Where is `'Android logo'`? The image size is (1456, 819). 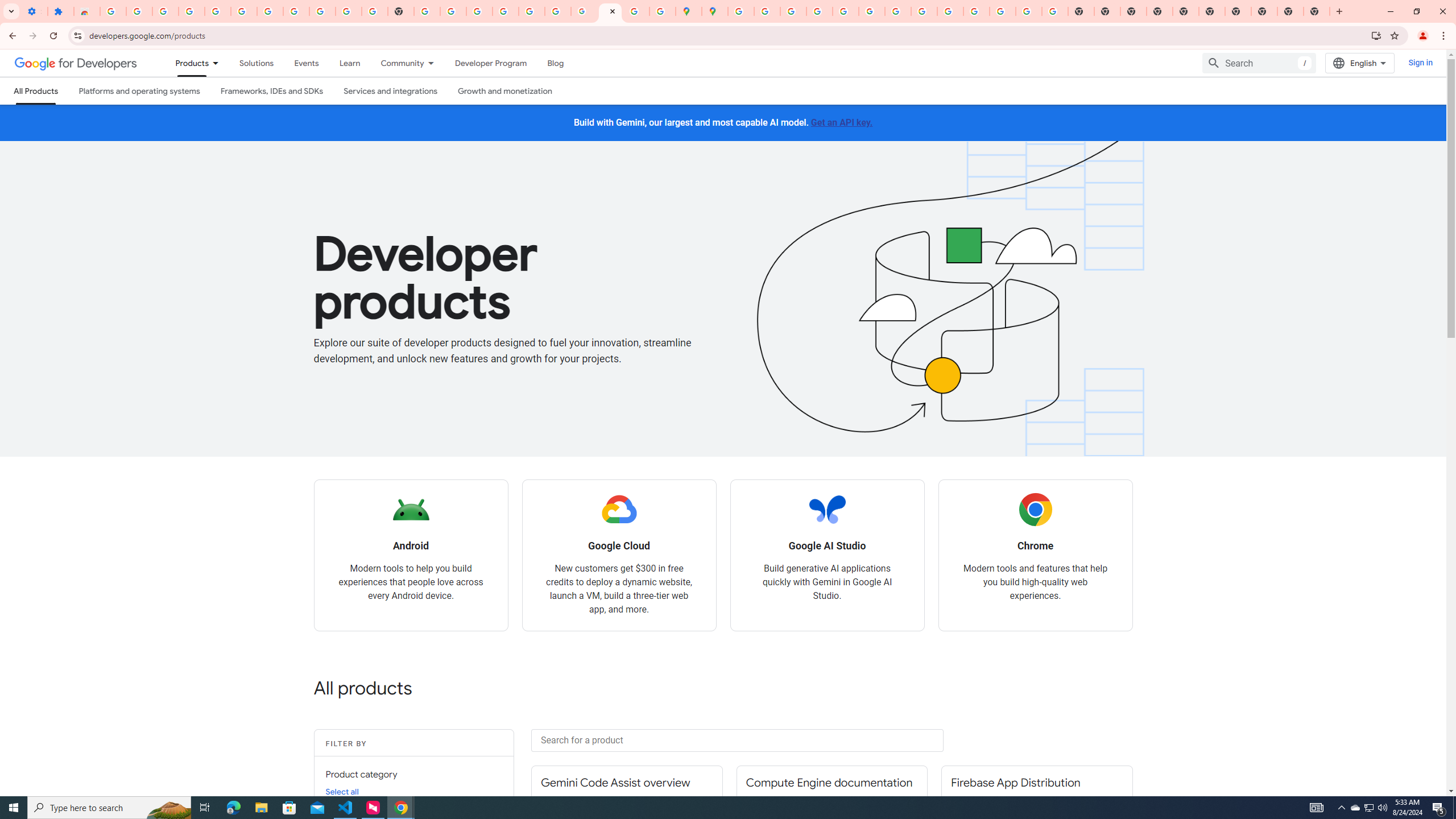
'Android logo' is located at coordinates (411, 510).